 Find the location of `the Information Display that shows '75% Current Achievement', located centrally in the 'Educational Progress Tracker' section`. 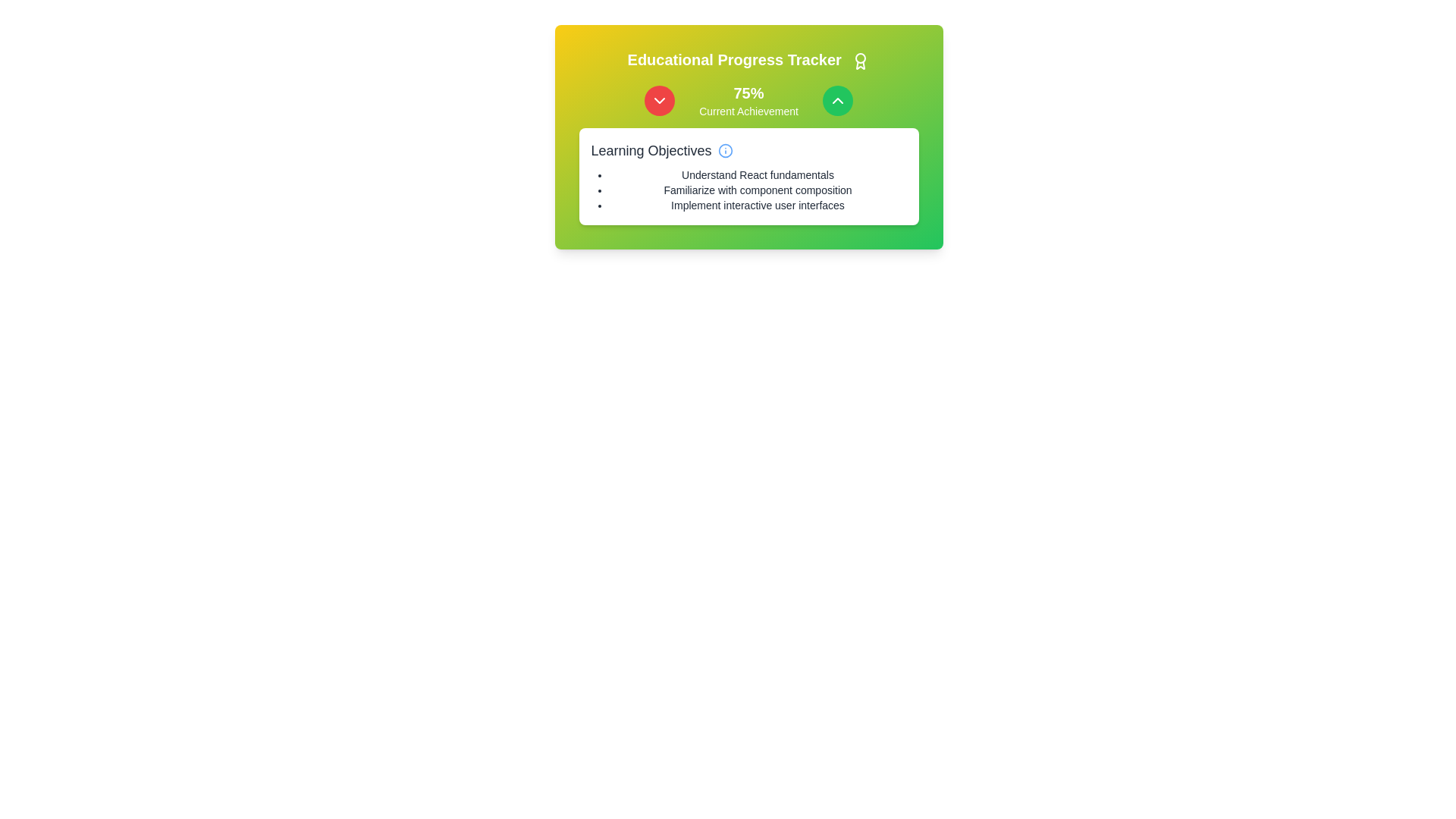

the Information Display that shows '75% Current Achievement', located centrally in the 'Educational Progress Tracker' section is located at coordinates (748, 100).